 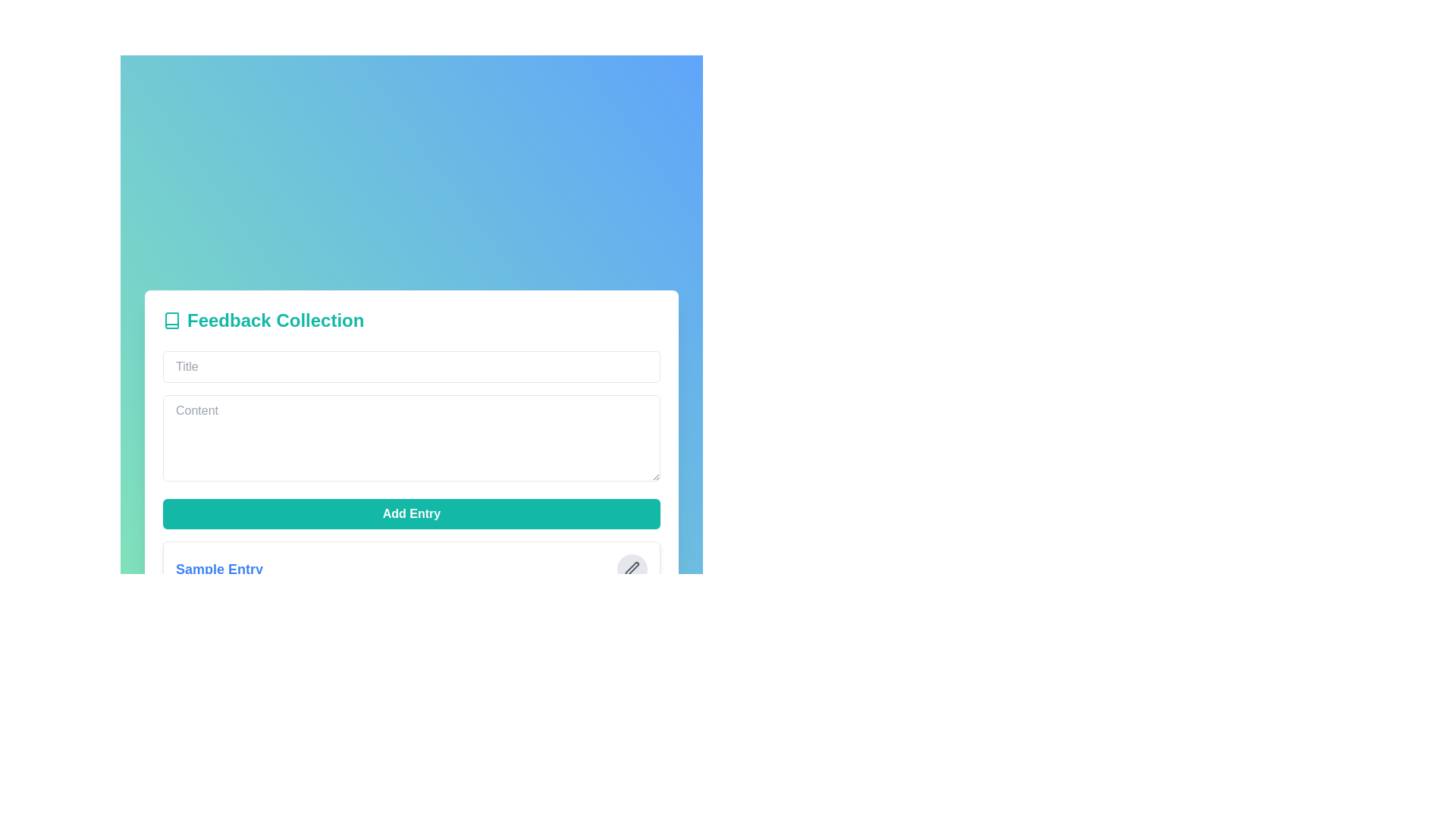 I want to click on the icon button located at the bottom-right of the 'Feedback Collection' section, adjacent to the 'Sample Entry', so click(x=632, y=568).